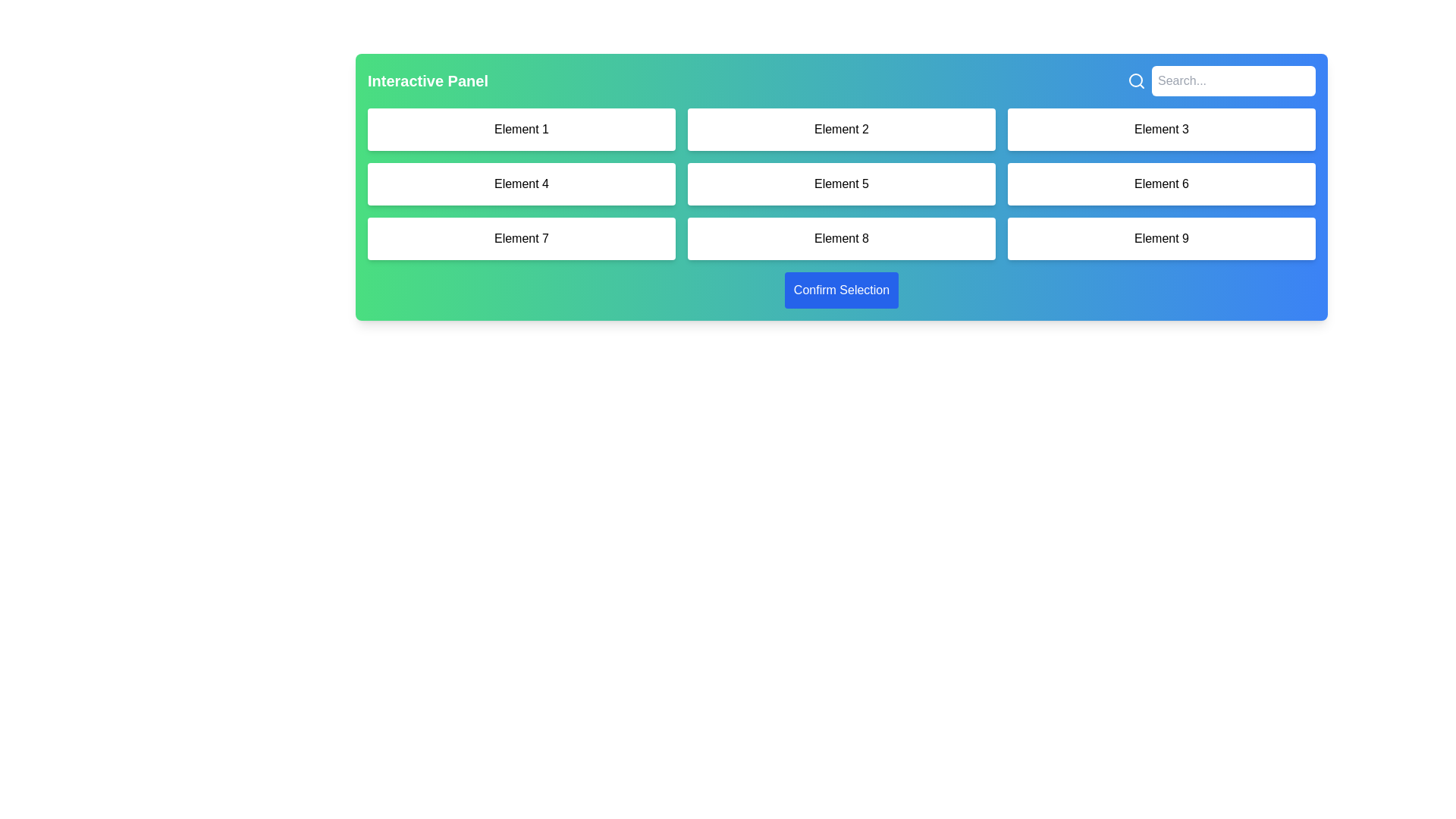 The image size is (1456, 819). What do you see at coordinates (840, 128) in the screenshot?
I see `the Grid Item with rounded borders and centered text reading 'Element 2', located in the first row and second column of the grid layout` at bounding box center [840, 128].